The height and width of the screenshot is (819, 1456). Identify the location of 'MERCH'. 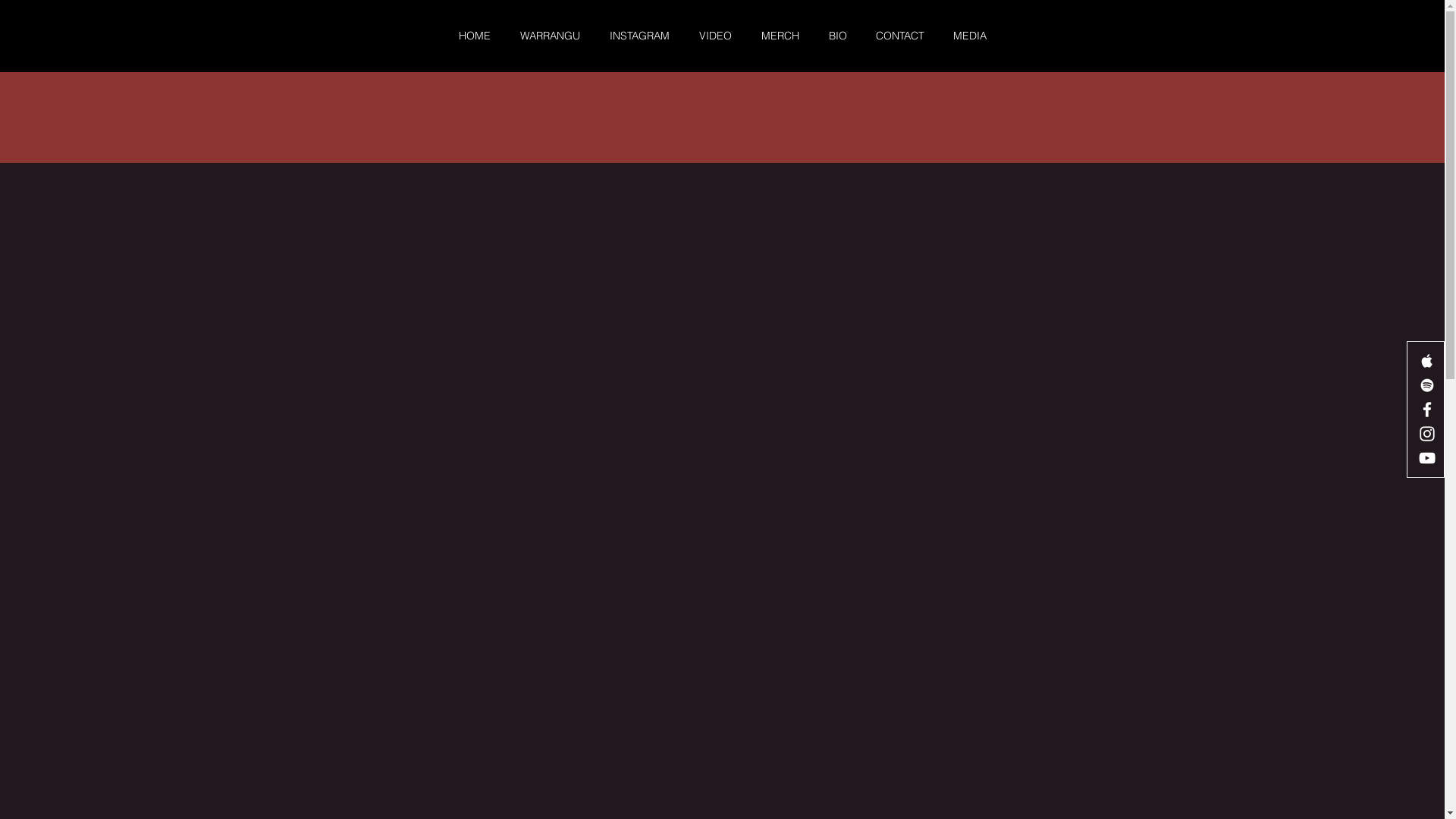
(780, 35).